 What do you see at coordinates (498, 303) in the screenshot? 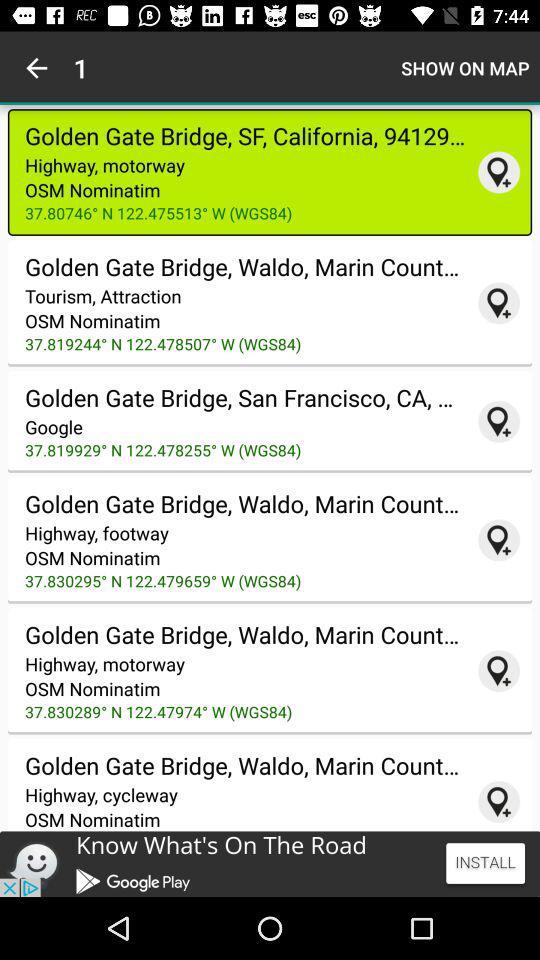
I see `tag this location` at bounding box center [498, 303].